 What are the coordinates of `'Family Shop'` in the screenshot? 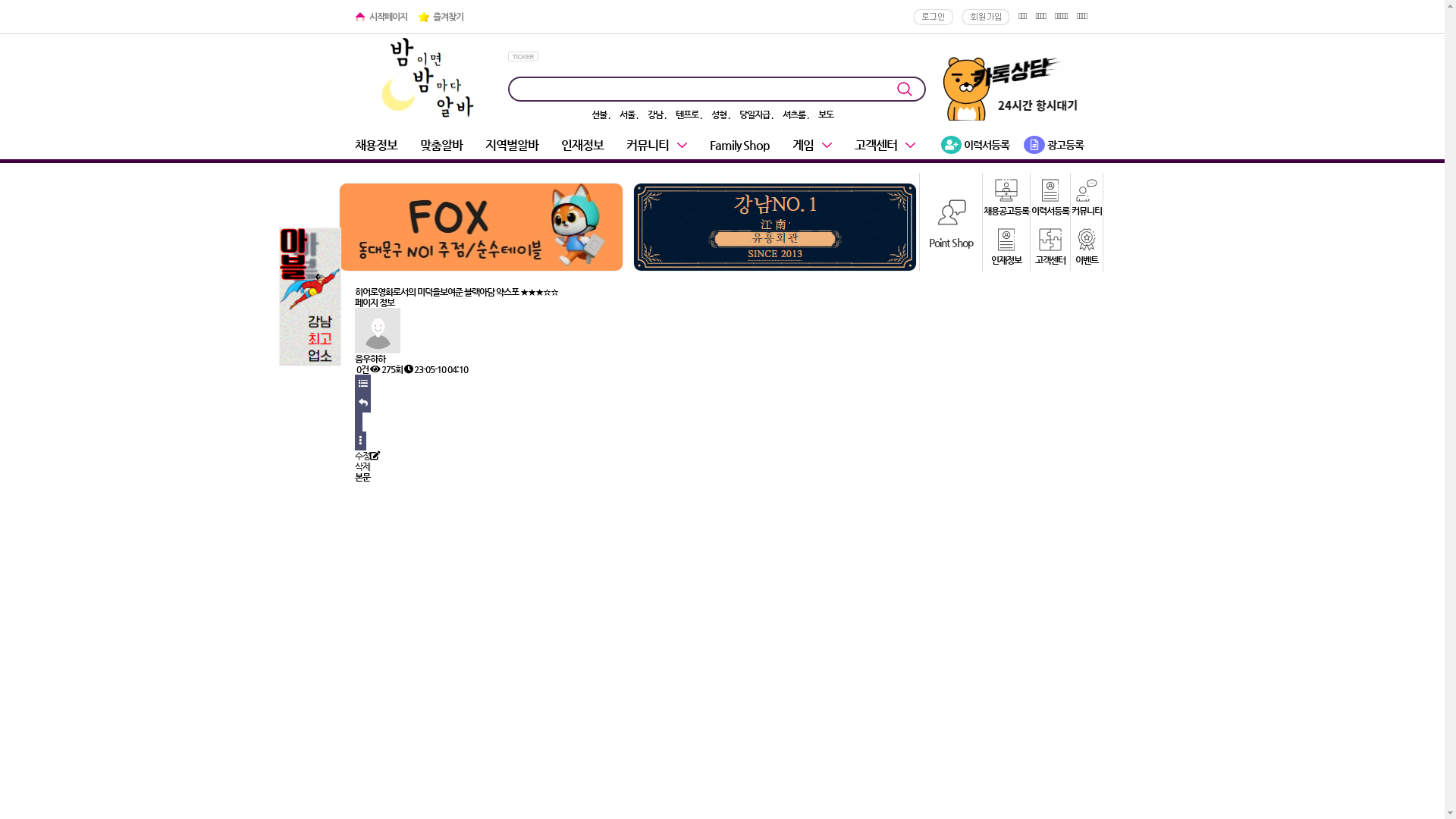 It's located at (739, 145).